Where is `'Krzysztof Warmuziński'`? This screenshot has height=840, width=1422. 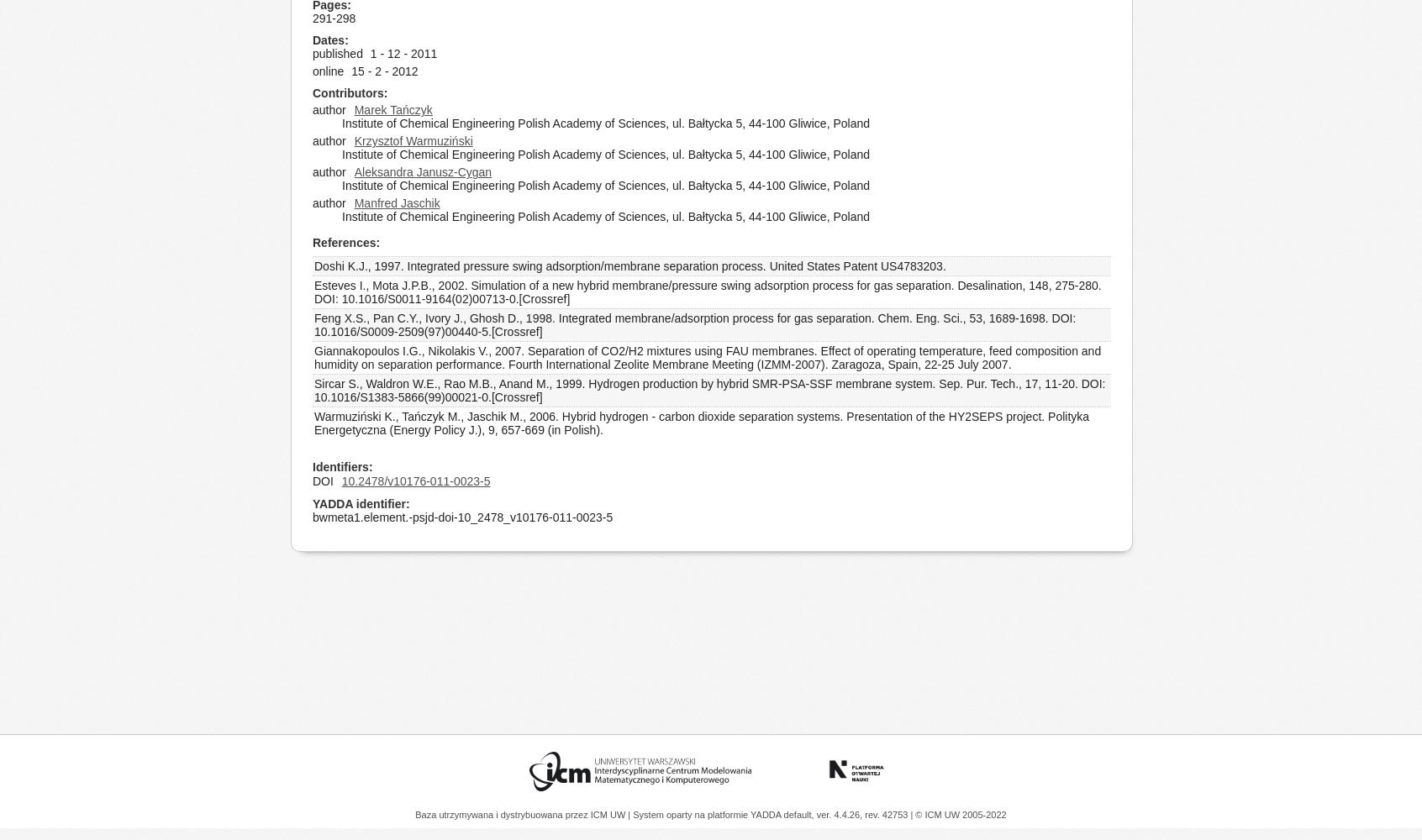 'Krzysztof Warmuziński' is located at coordinates (412, 141).